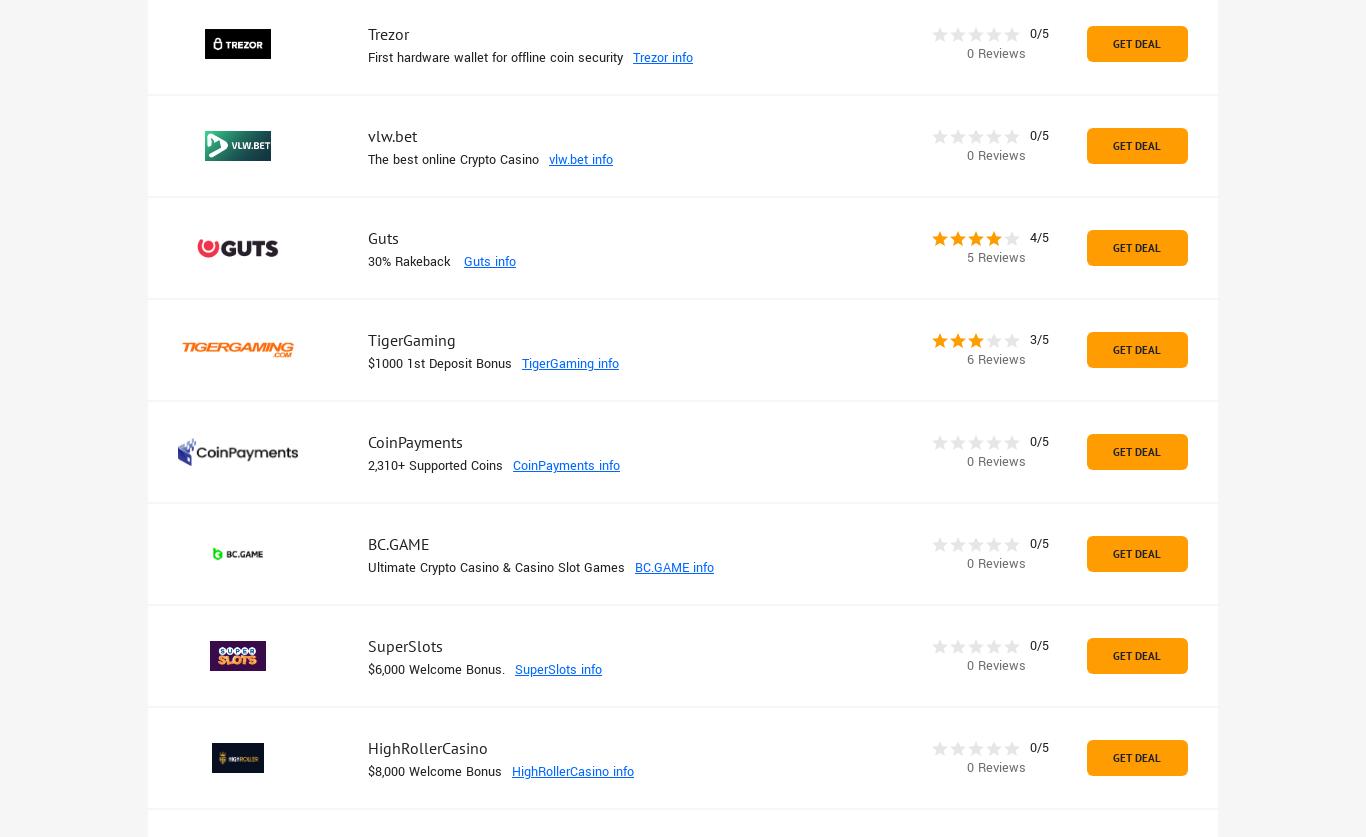 The image size is (1366, 837). Describe the element at coordinates (367, 567) in the screenshot. I see `'Ultimate Crypto Casino & Casino Slot Games'` at that location.